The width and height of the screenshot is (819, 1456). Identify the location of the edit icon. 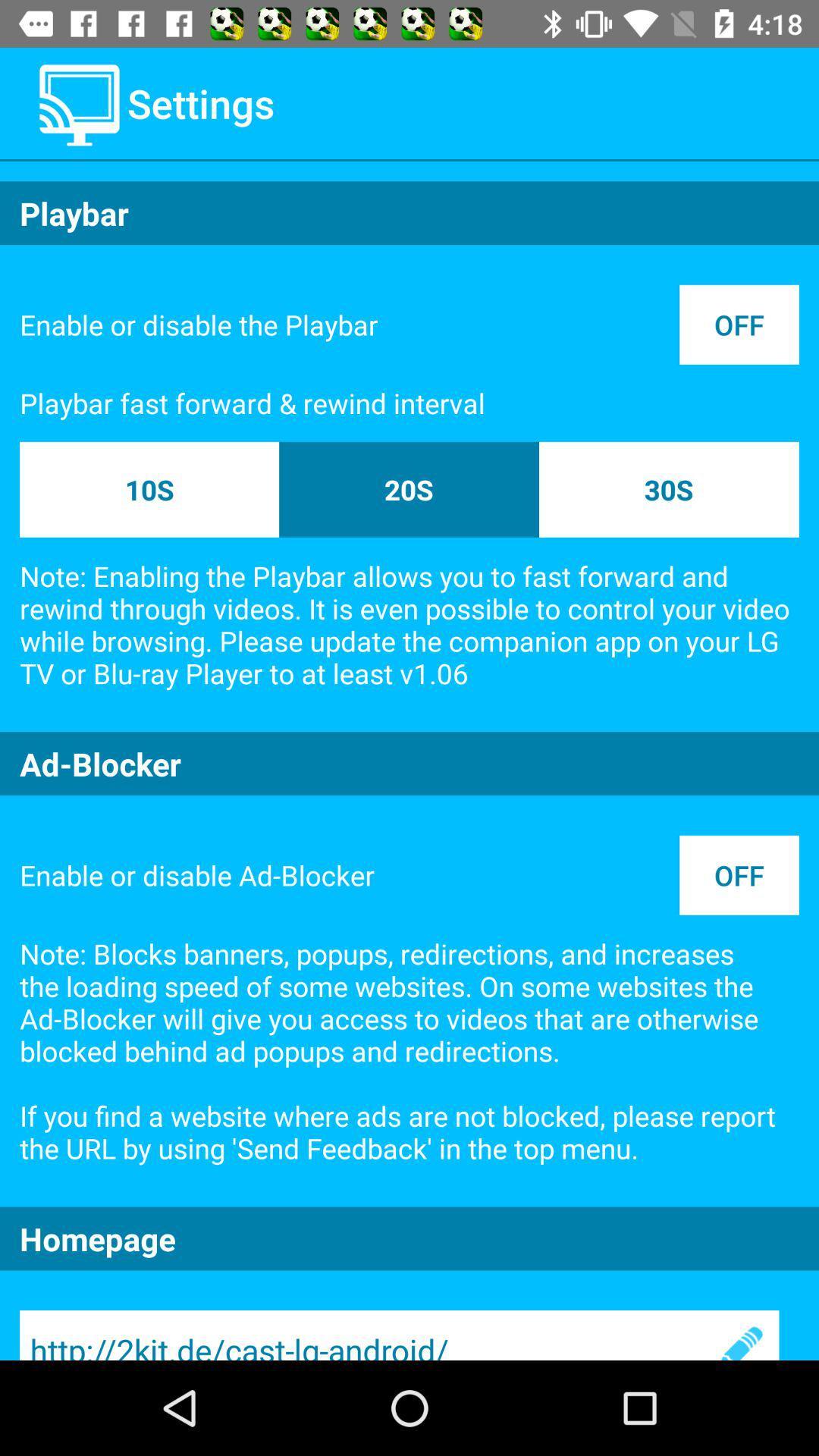
(739, 1335).